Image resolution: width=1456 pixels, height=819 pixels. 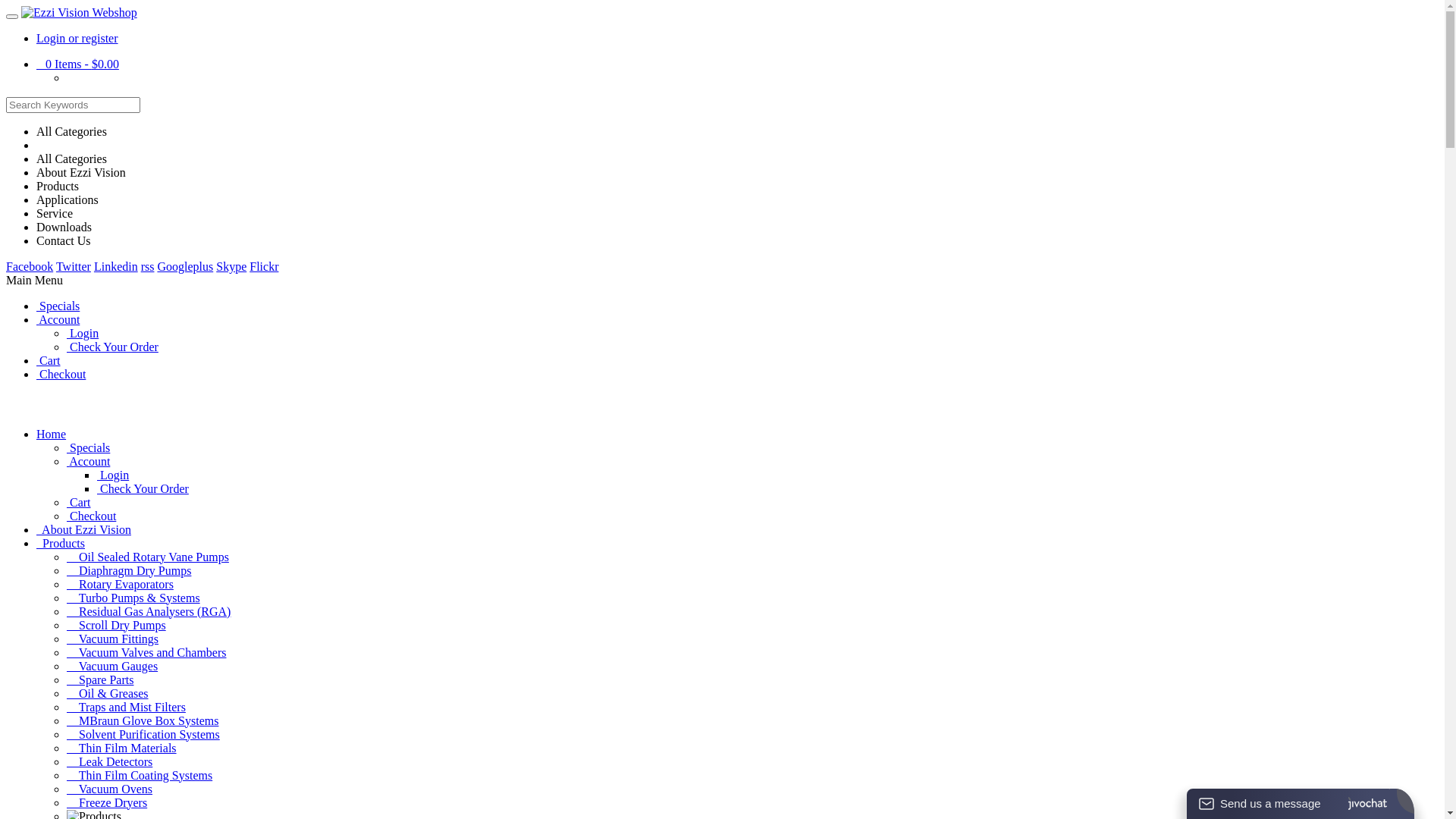 What do you see at coordinates (76, 37) in the screenshot?
I see `'Login or register'` at bounding box center [76, 37].